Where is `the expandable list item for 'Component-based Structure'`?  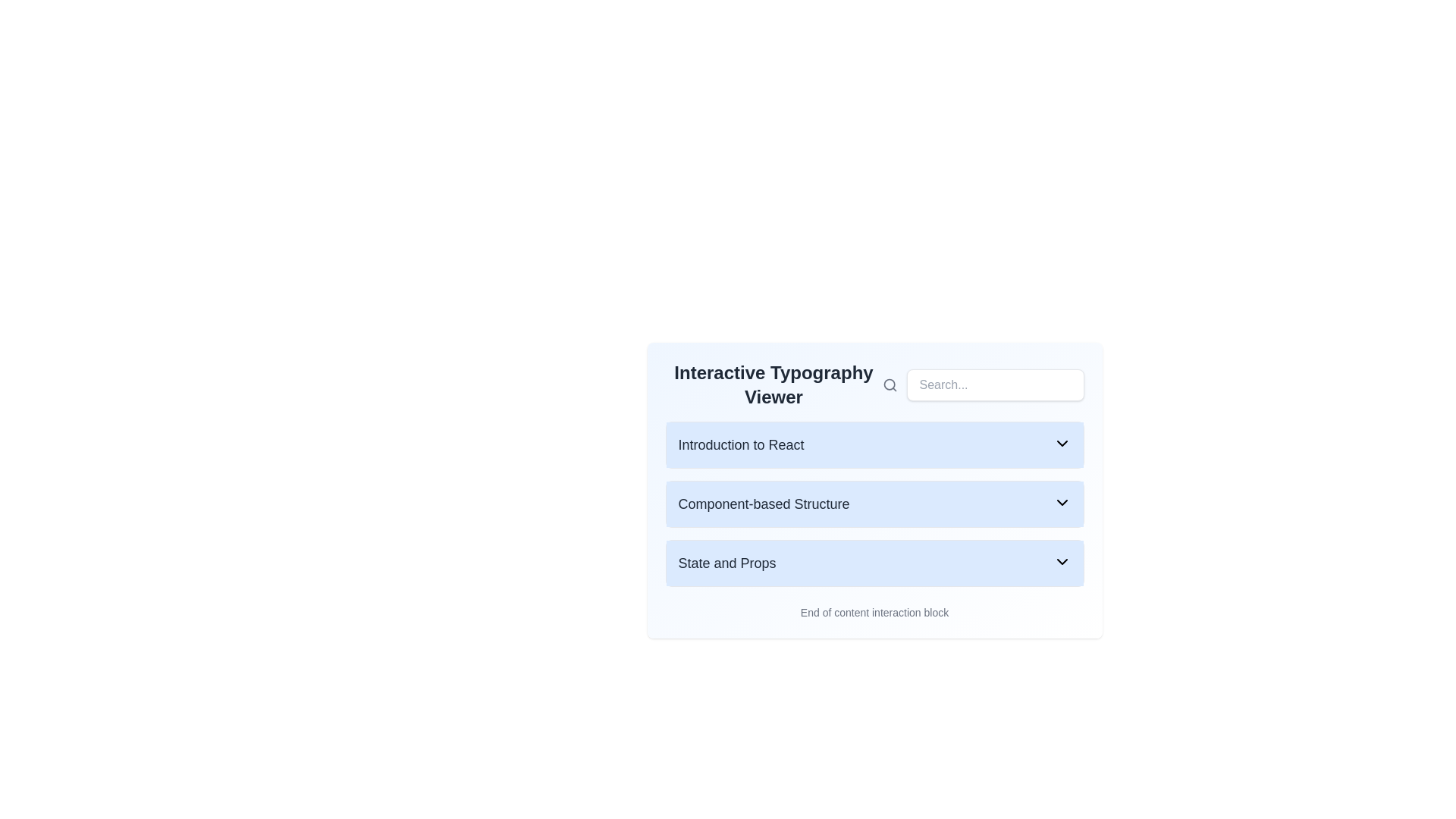
the expandable list item for 'Component-based Structure' is located at coordinates (874, 504).